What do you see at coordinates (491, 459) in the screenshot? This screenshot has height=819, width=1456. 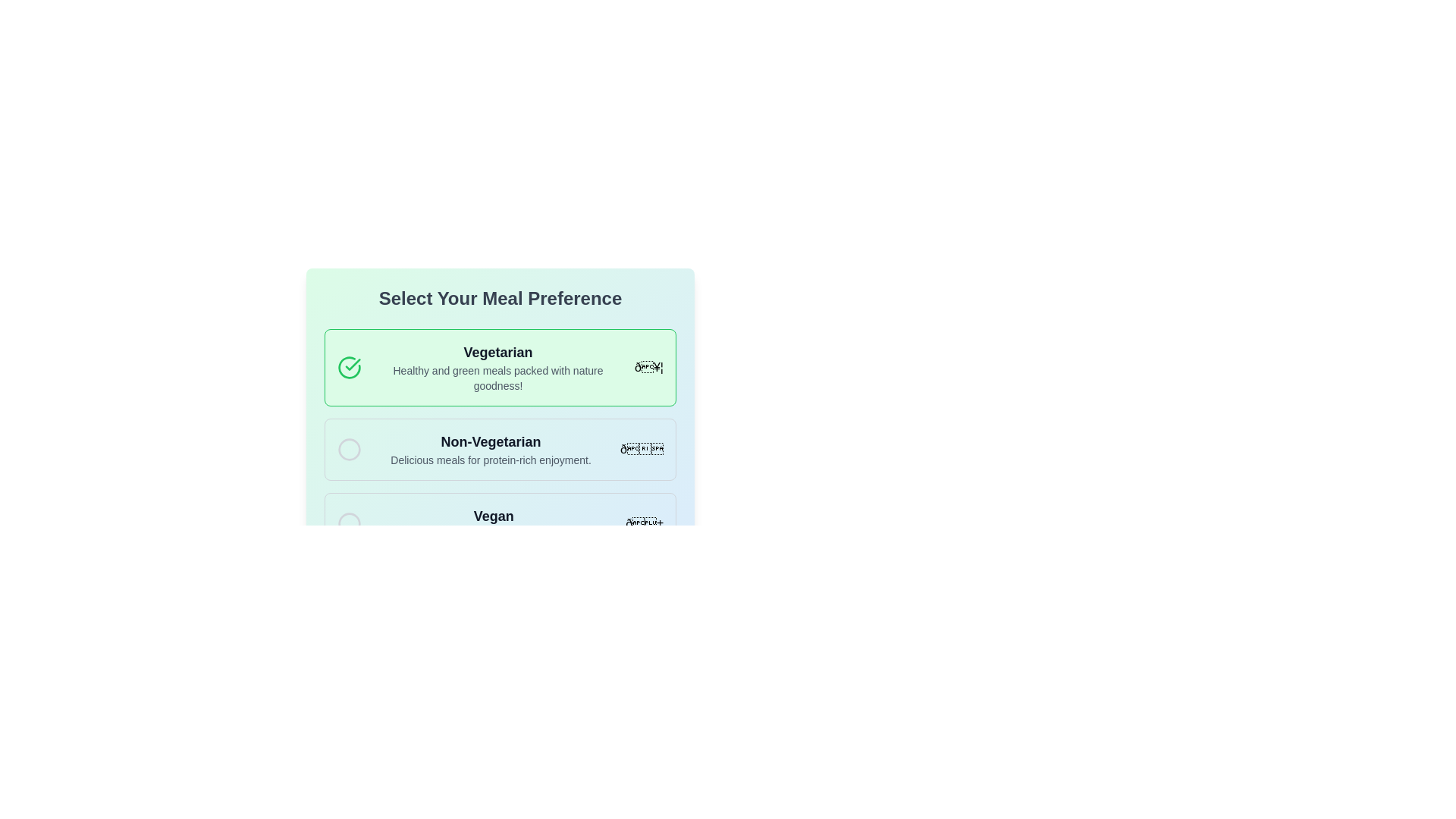 I see `text content of the label displaying 'Delicious meals for protein-rich enjoyment.' located beneath the 'Non-Vegetarian' heading` at bounding box center [491, 459].